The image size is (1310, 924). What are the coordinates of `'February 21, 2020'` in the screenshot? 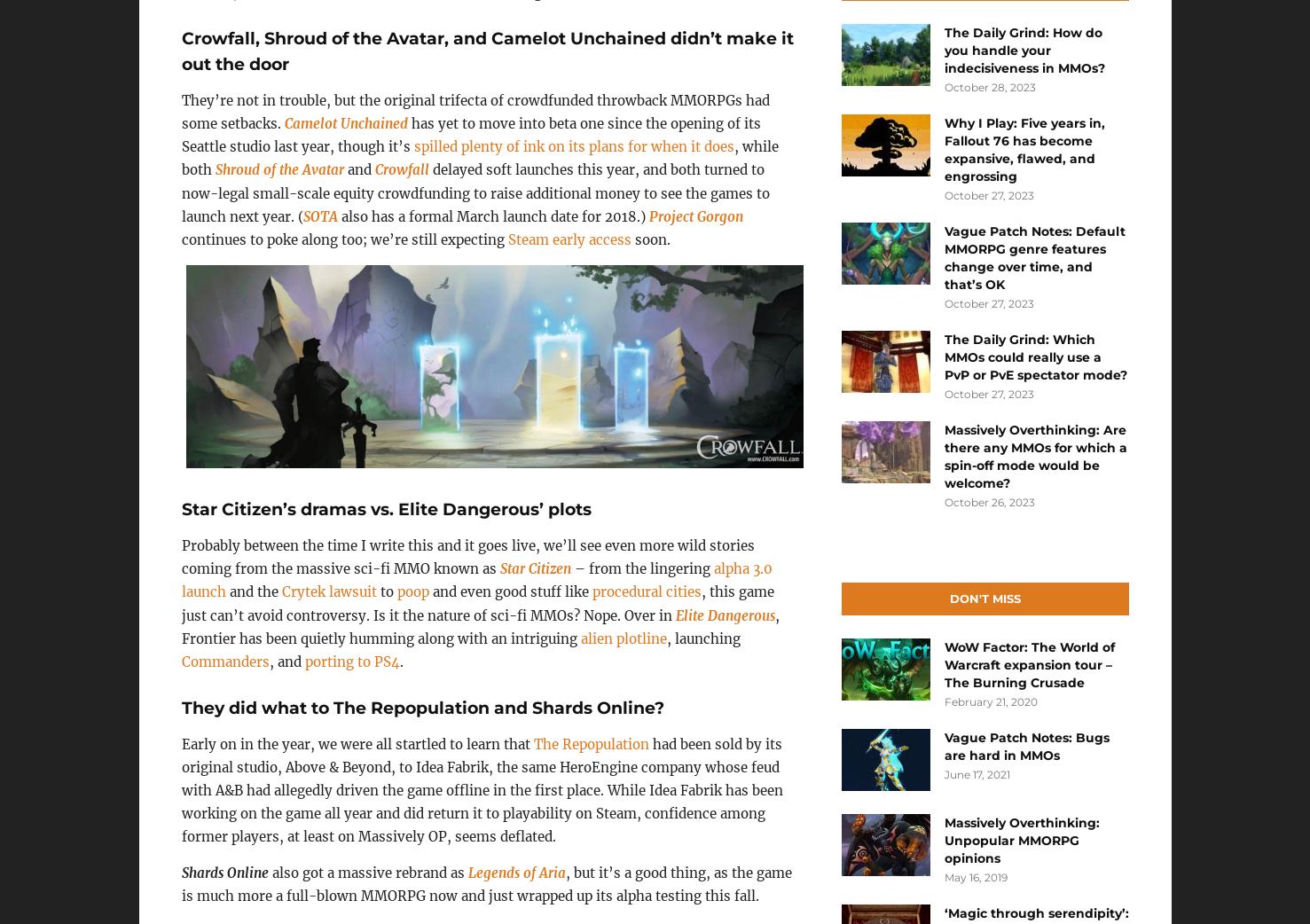 It's located at (990, 701).